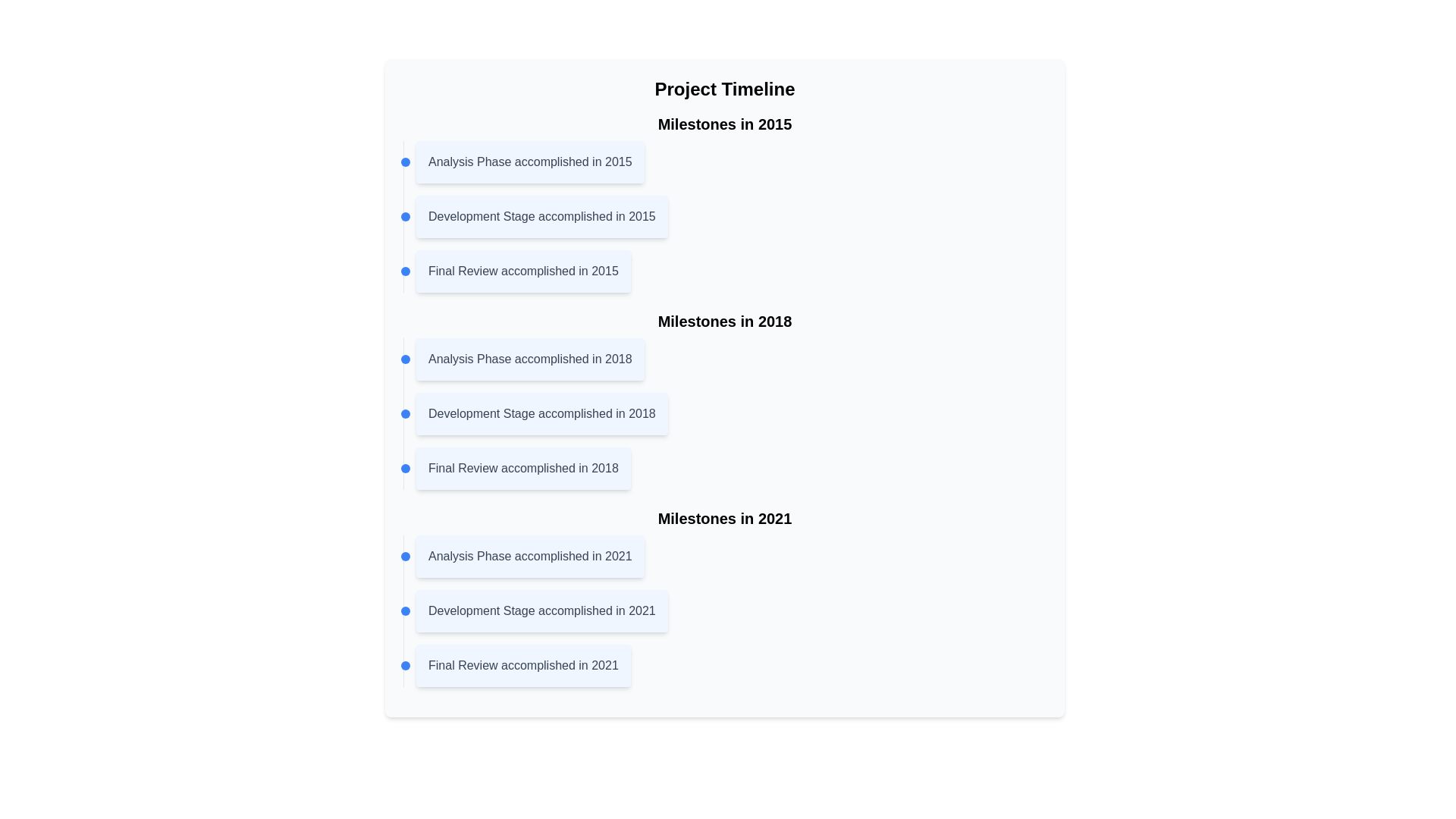 Image resolution: width=1456 pixels, height=819 pixels. Describe the element at coordinates (405, 216) in the screenshot. I see `the small circular blue indicator that is aligned to the left of the text 'Development Stage accomplished in 2015'` at that location.